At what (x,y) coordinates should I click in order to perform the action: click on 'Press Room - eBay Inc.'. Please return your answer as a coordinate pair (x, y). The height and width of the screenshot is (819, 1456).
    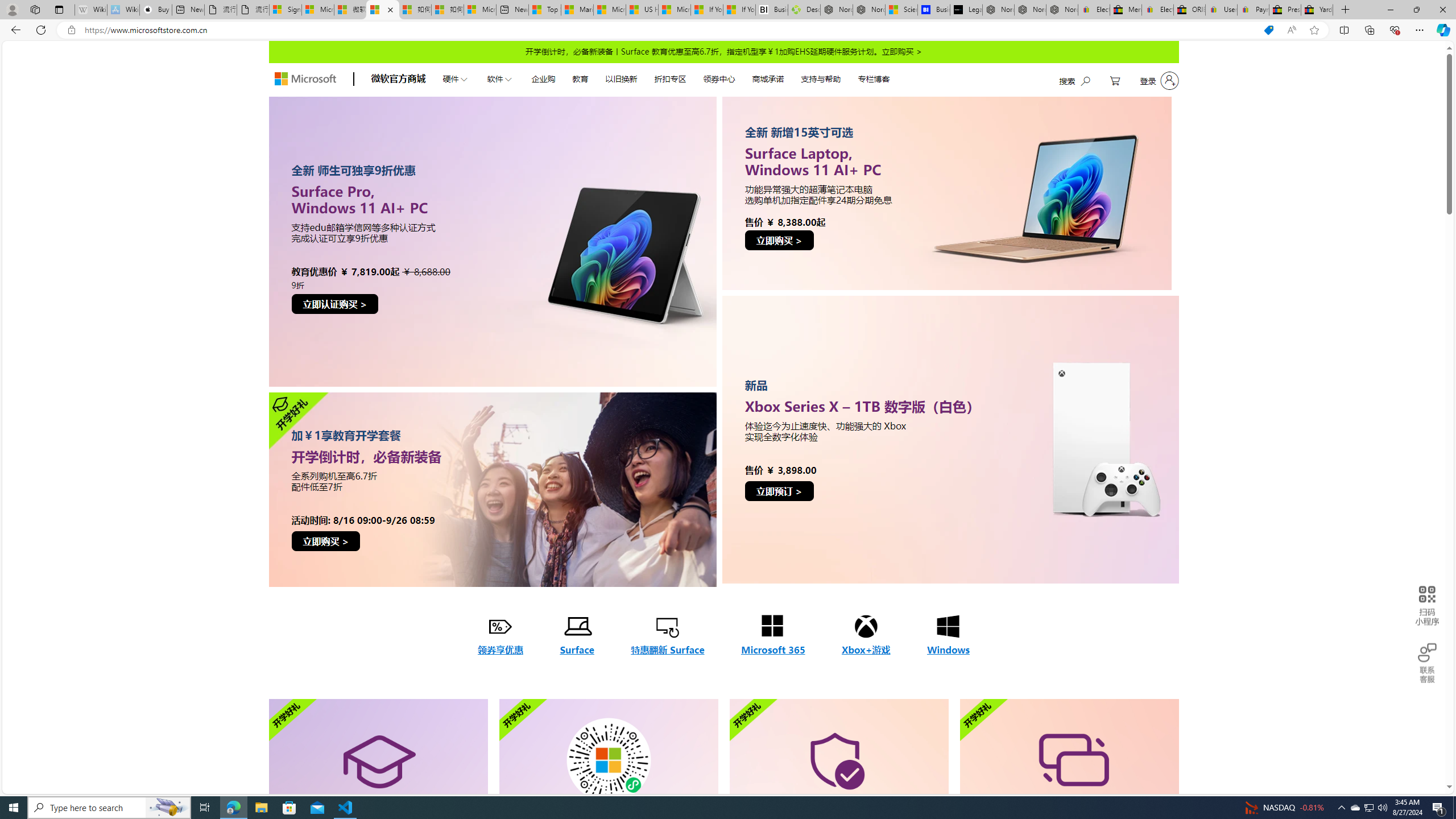
    Looking at the image, I should click on (1284, 9).